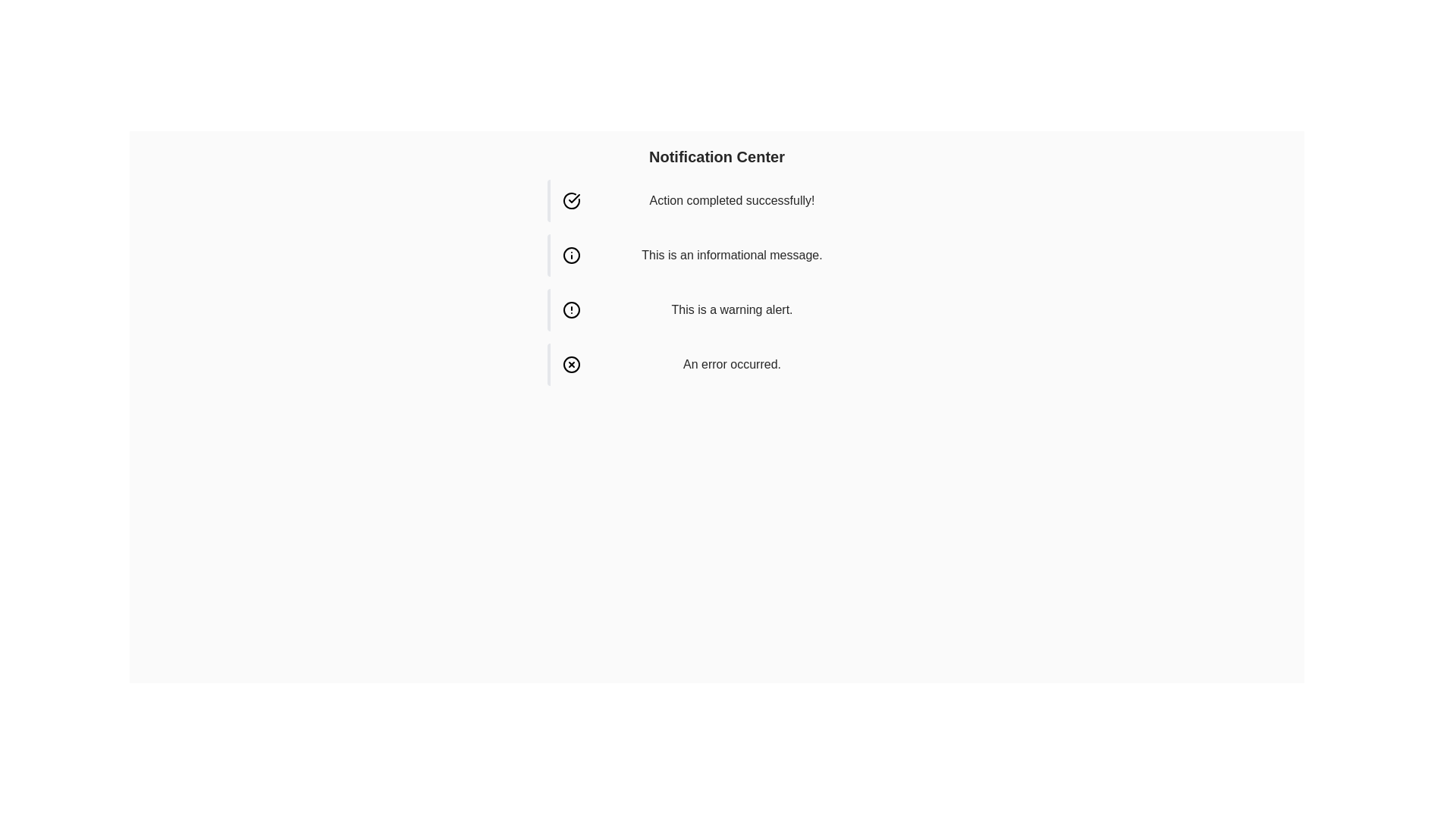 This screenshot has height=819, width=1456. Describe the element at coordinates (732, 254) in the screenshot. I see `the text element displaying 'This is an informational message.' located in the notification message row of the Notification Center` at that location.